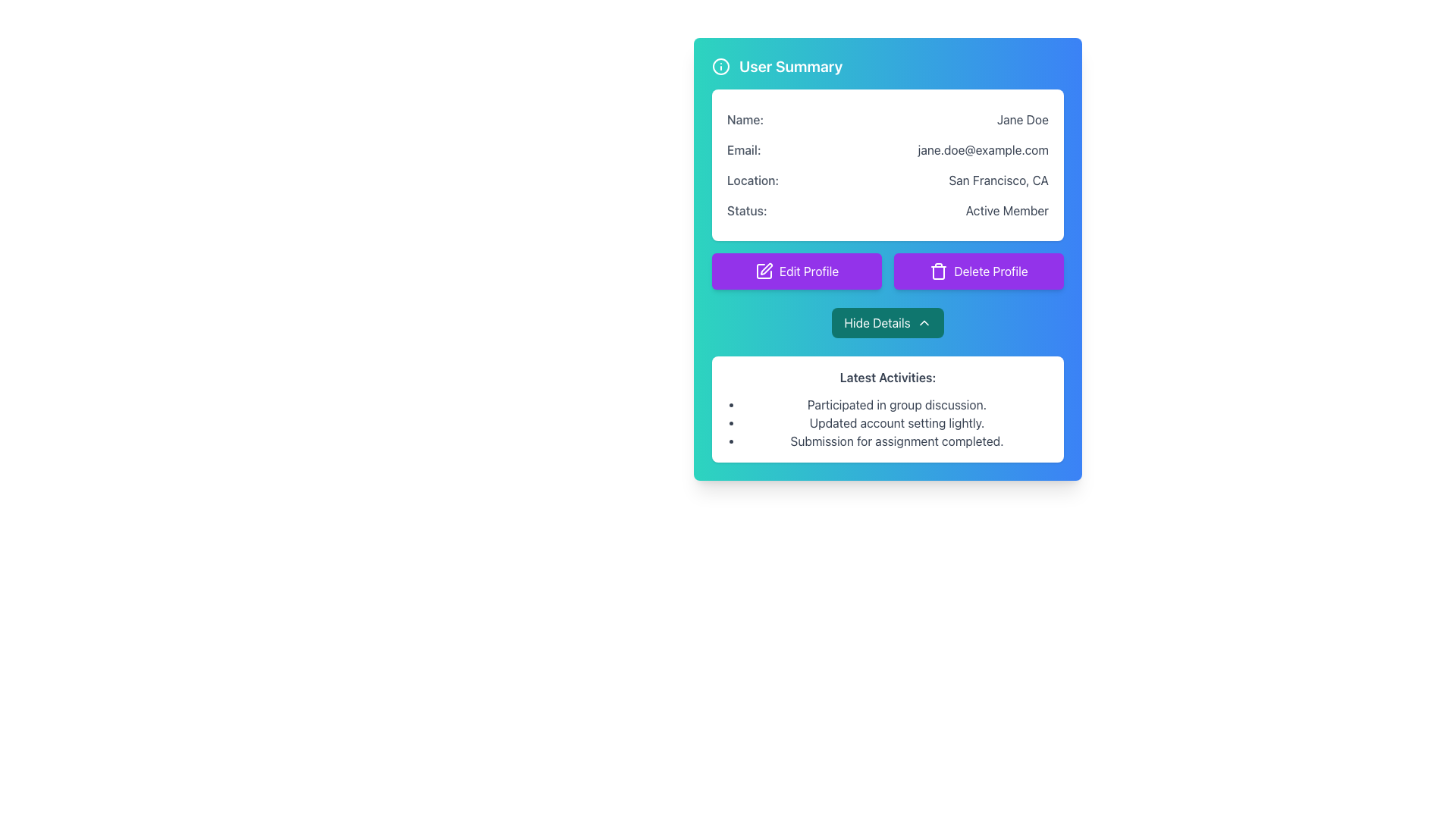 The height and width of the screenshot is (819, 1456). I want to click on the 'Hide Details' button with a dark teal background and white text, so click(887, 322).